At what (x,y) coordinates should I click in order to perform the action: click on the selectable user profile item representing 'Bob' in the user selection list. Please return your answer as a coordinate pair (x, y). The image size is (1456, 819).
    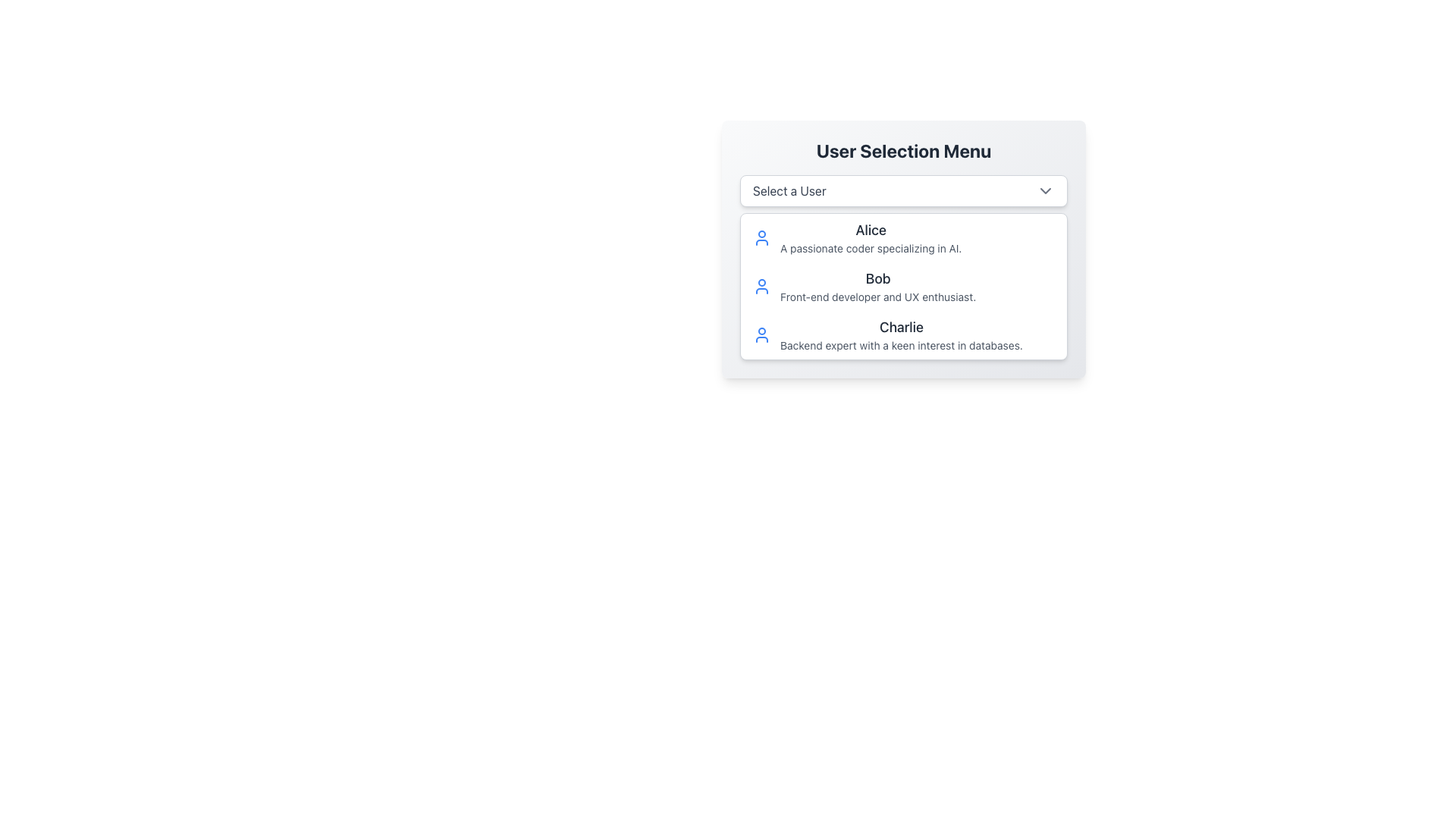
    Looking at the image, I should click on (903, 287).